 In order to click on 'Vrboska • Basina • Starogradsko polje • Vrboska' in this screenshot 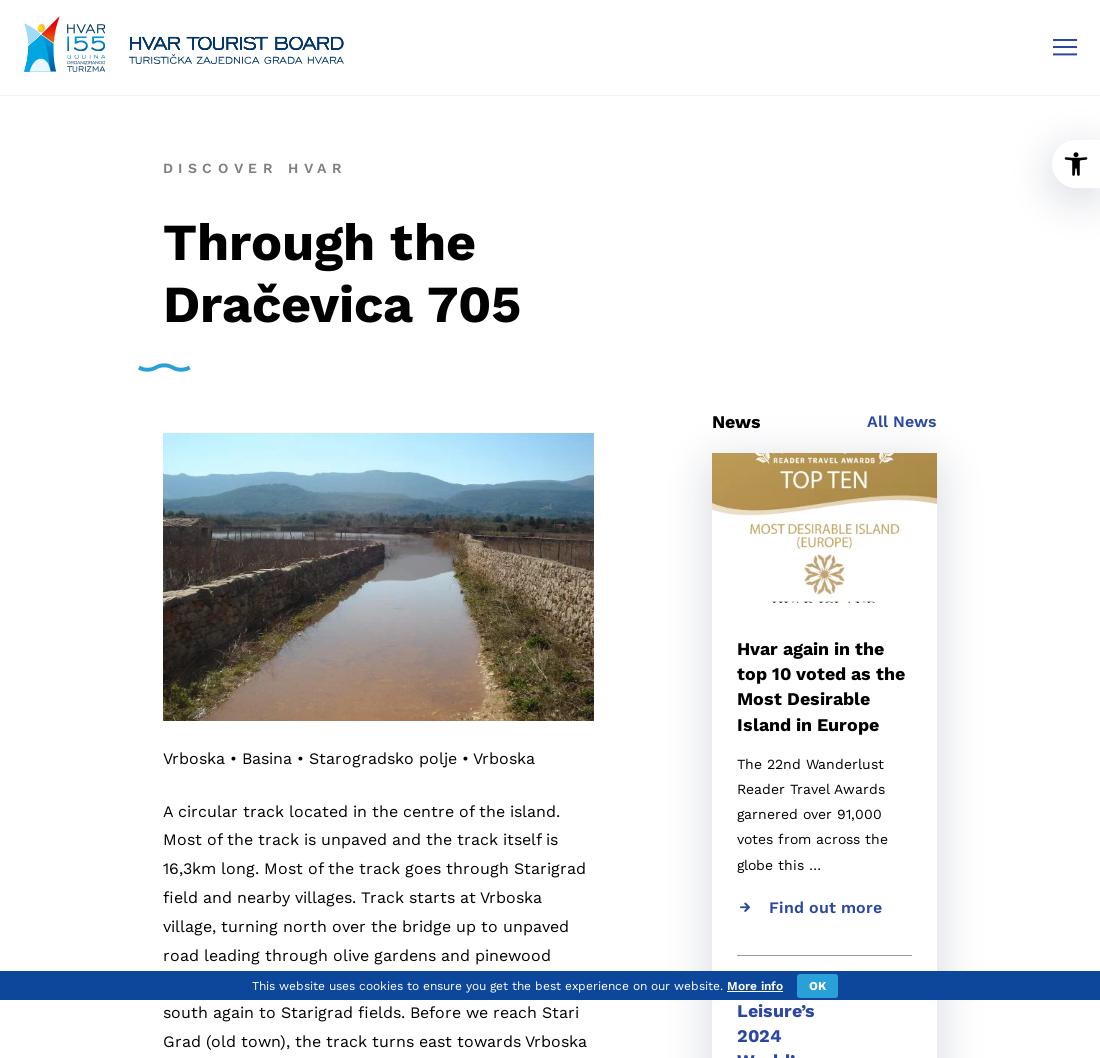, I will do `click(161, 757)`.